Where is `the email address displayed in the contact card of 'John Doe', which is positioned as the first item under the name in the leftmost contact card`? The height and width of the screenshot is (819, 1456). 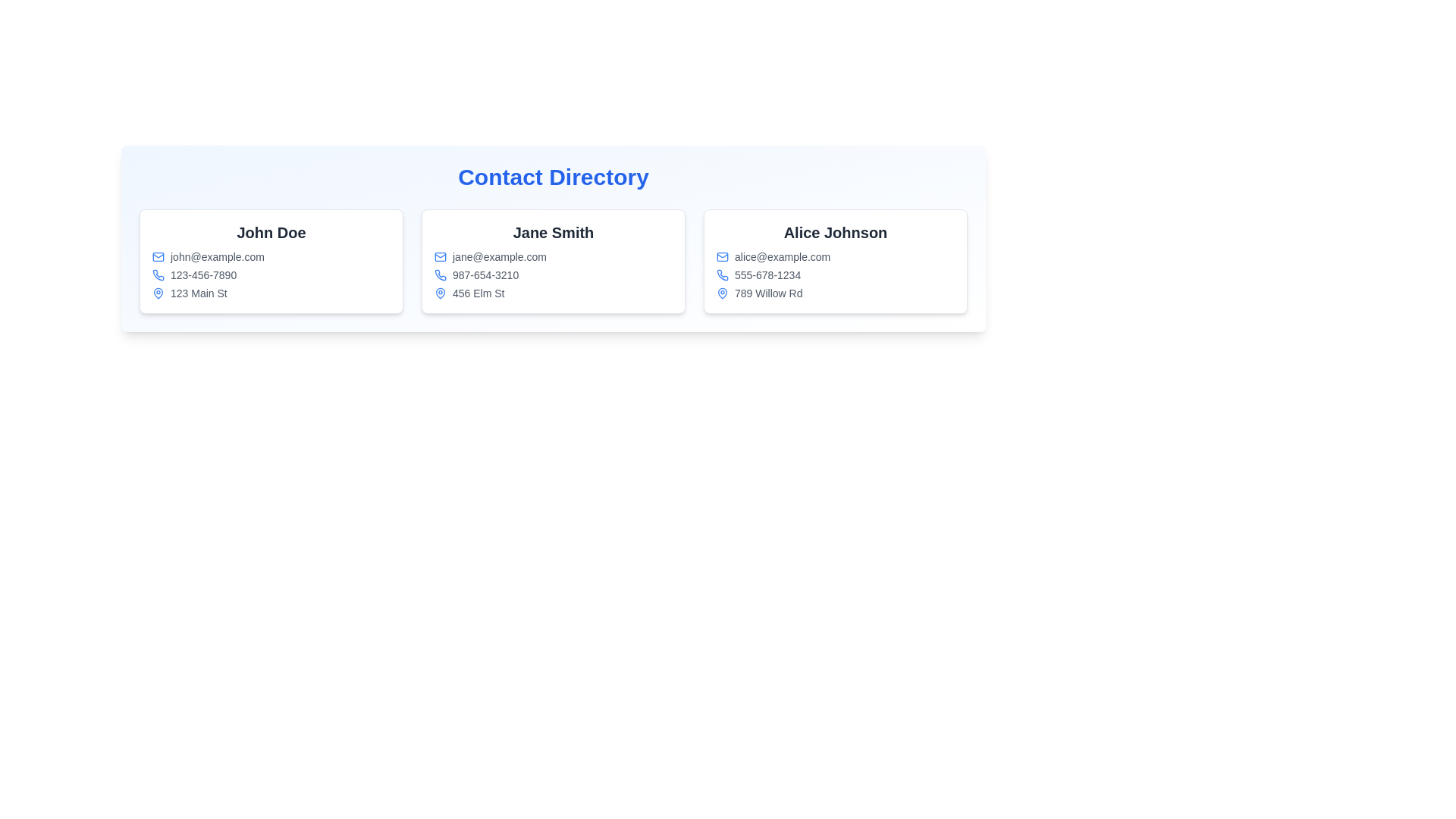
the email address displayed in the contact card of 'John Doe', which is positioned as the first item under the name in the leftmost contact card is located at coordinates (271, 256).